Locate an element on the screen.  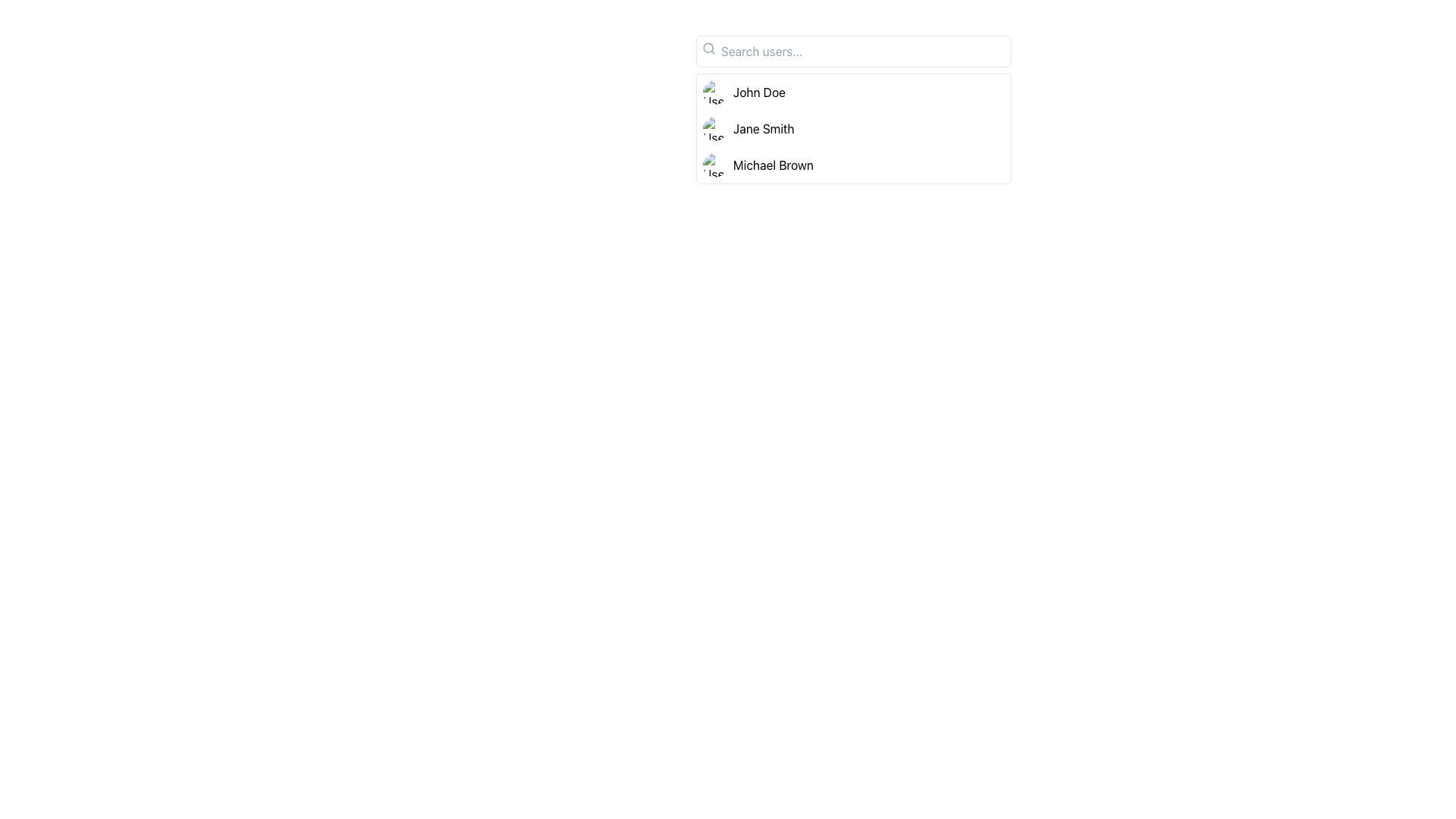
the circular part of the search icon represented by the SVG Circle, which visually symbolizes the magnifying glass is located at coordinates (708, 47).